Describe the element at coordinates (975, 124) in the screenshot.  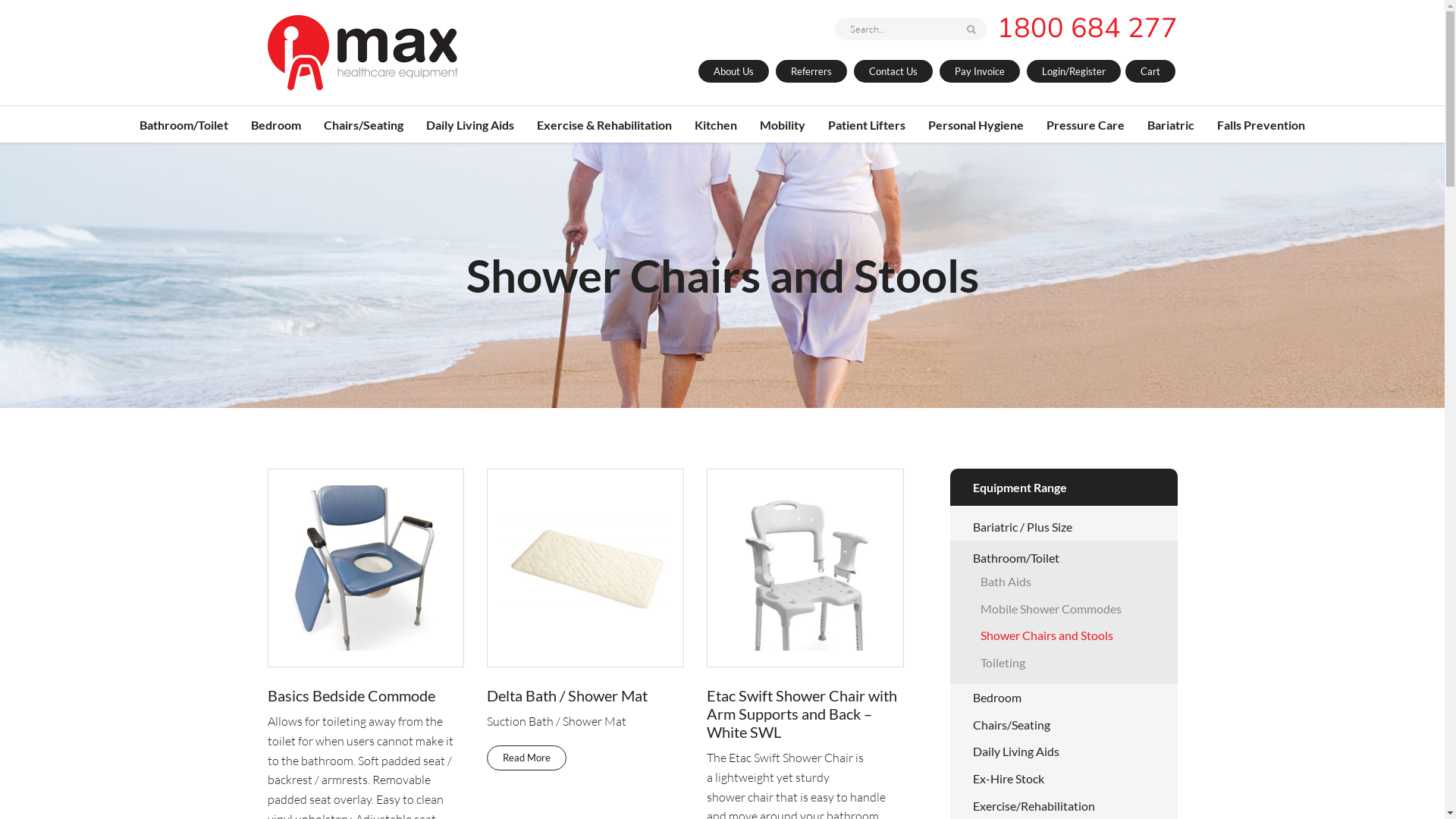
I see `'Personal Hygiene'` at that location.